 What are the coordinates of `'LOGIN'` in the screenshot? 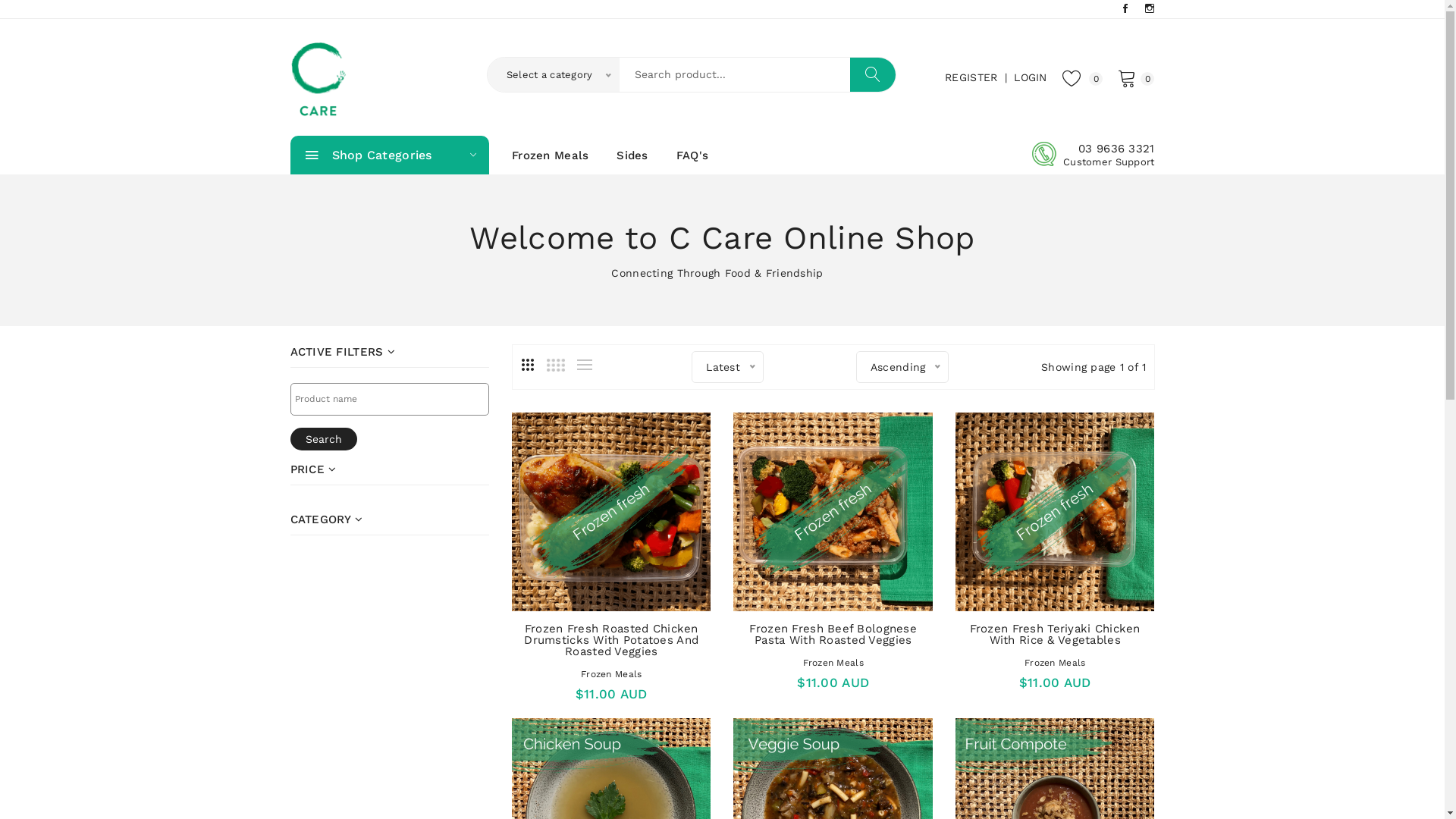 It's located at (1014, 77).